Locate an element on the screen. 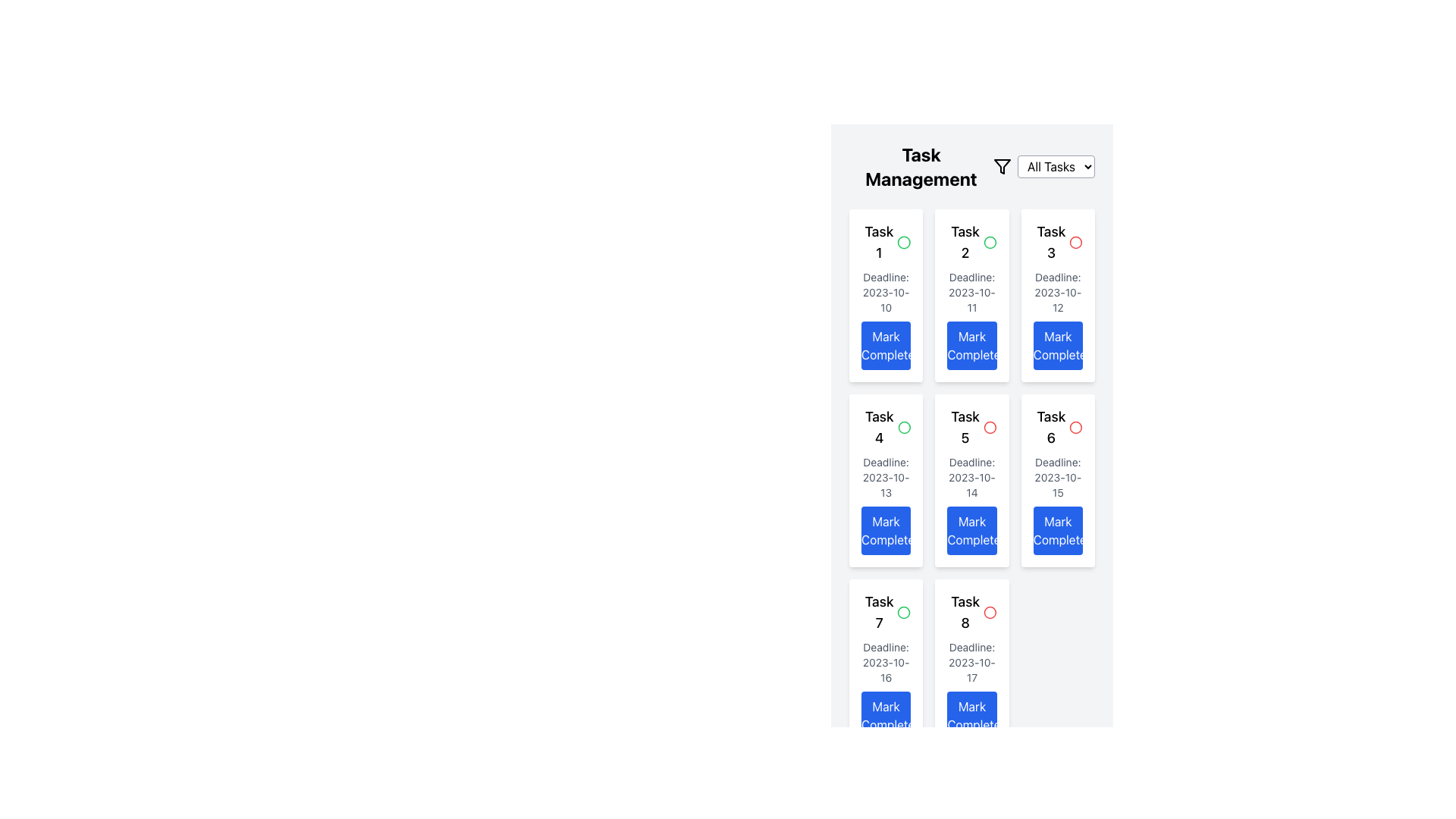 This screenshot has width=1456, height=819. the blue button labeled 'Mark Completed' located at the bottom of the 'Task 1' card to mark the task as completed is located at coordinates (885, 345).